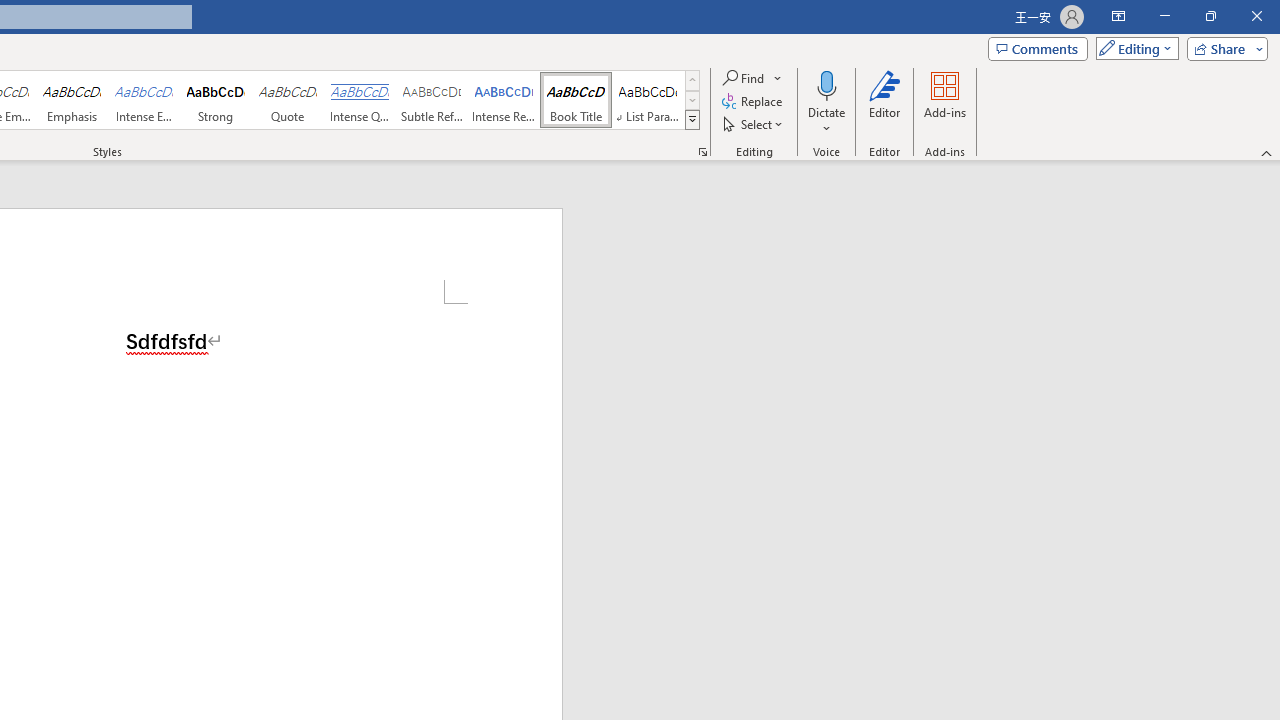 The width and height of the screenshot is (1280, 720). I want to click on 'Dictate', so click(826, 84).